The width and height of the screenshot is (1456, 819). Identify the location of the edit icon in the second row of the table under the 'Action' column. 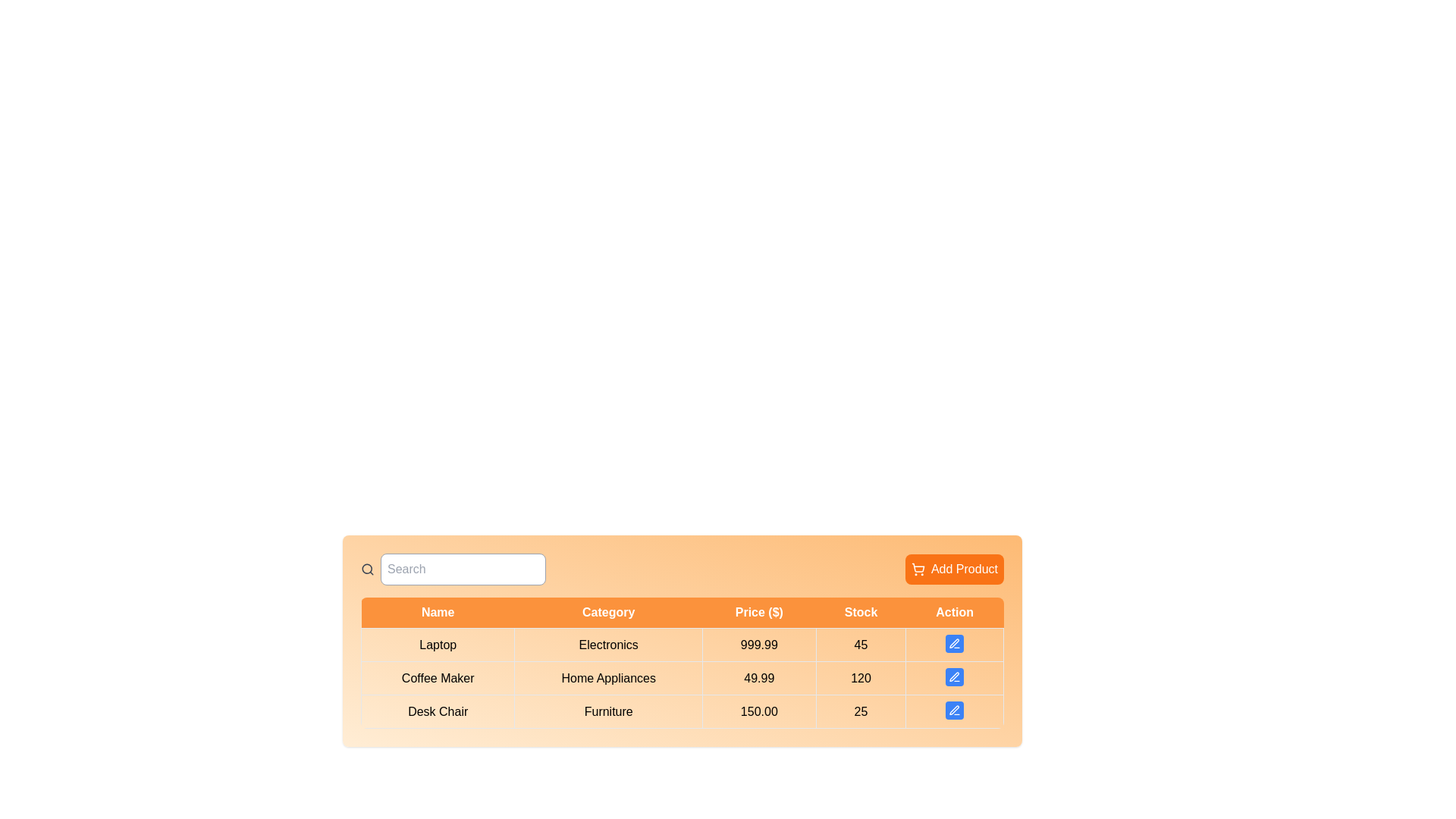
(953, 676).